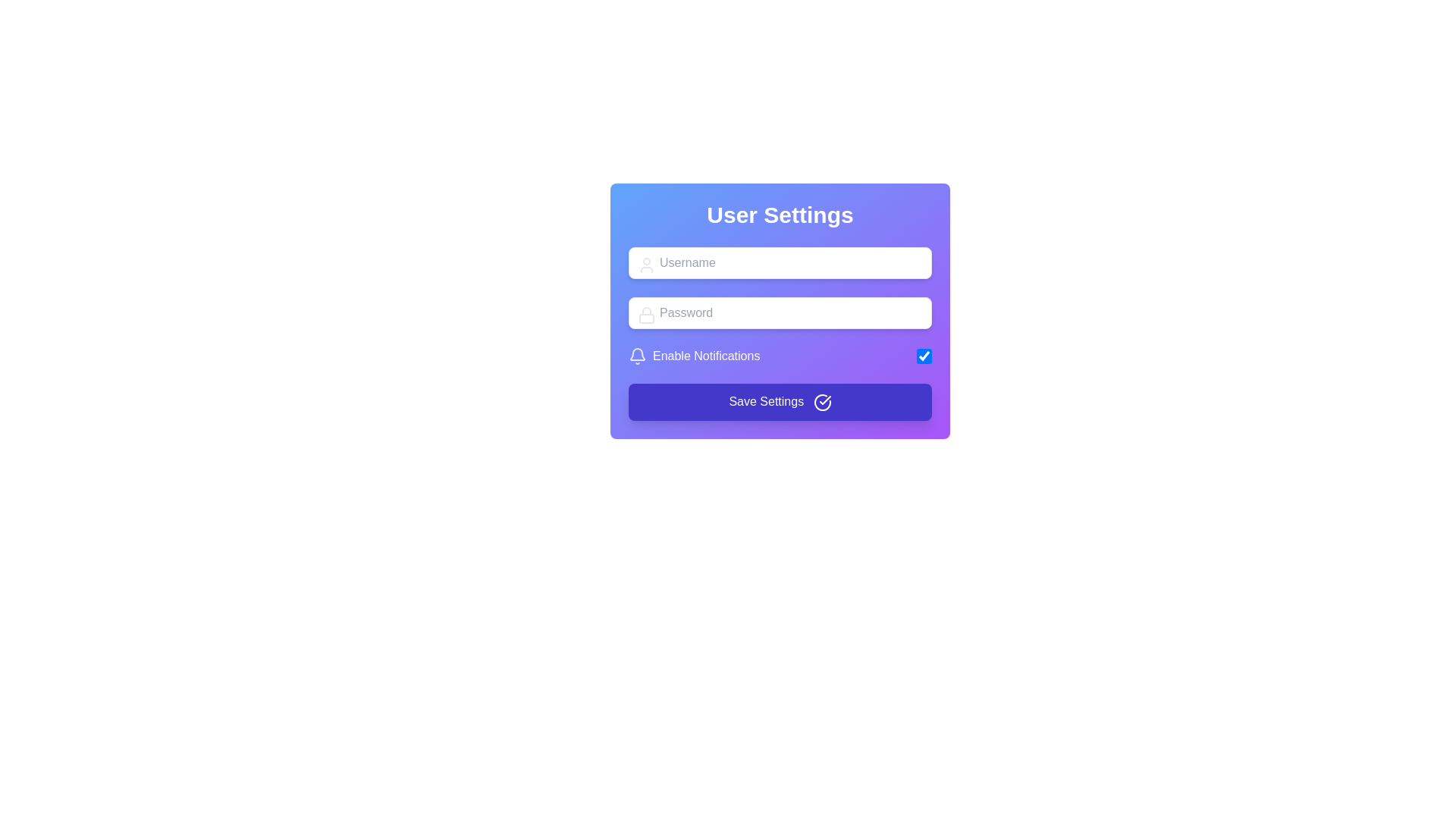  I want to click on the 'Save Settings' button with a vibrant indigo background and white bold text, located at the bottom of the card layout, so click(780, 400).